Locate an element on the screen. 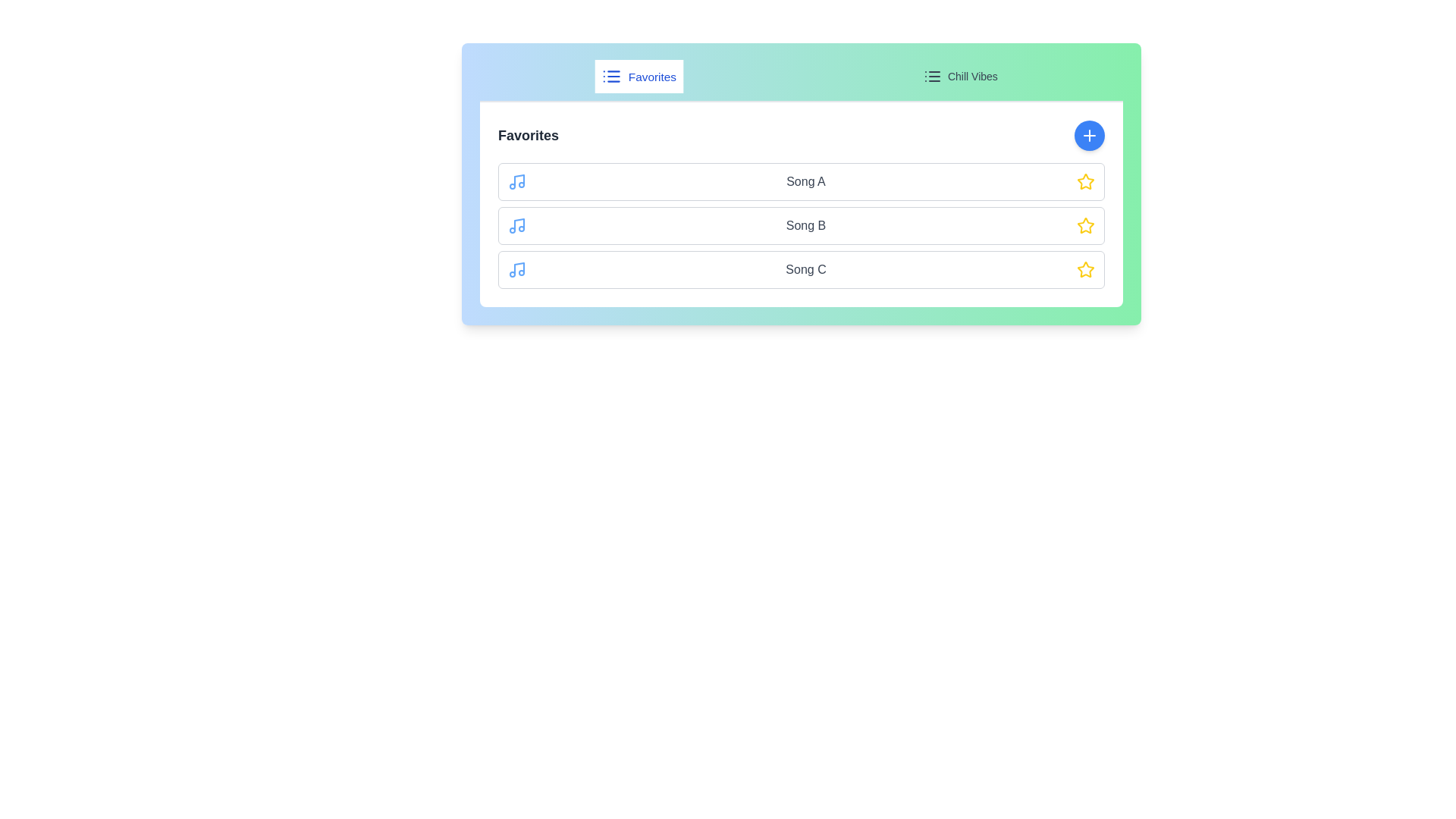 This screenshot has height=819, width=1456. the playlist Favorites is located at coordinates (639, 76).